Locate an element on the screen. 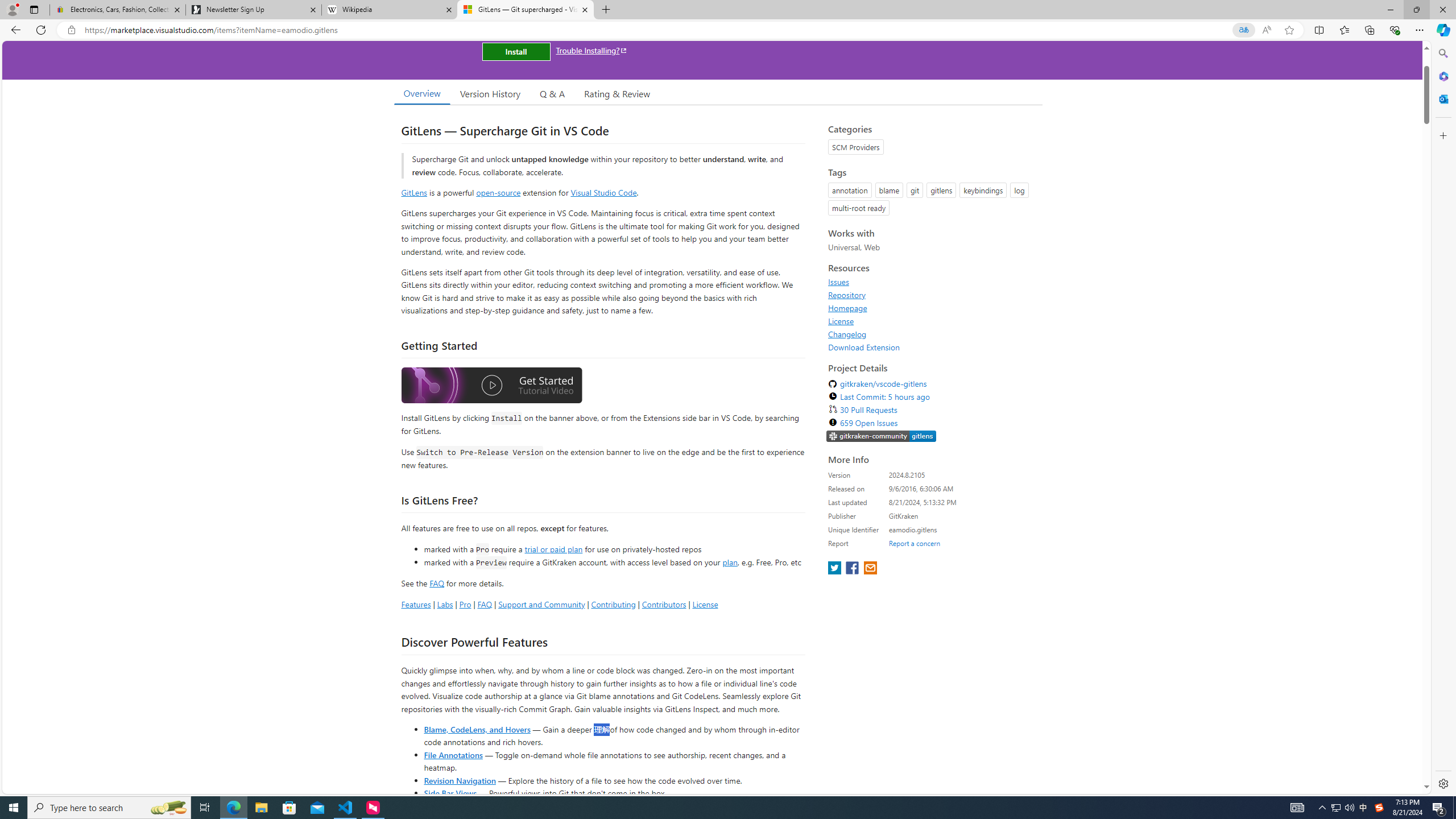  'Changelog' is located at coordinates (846, 333).